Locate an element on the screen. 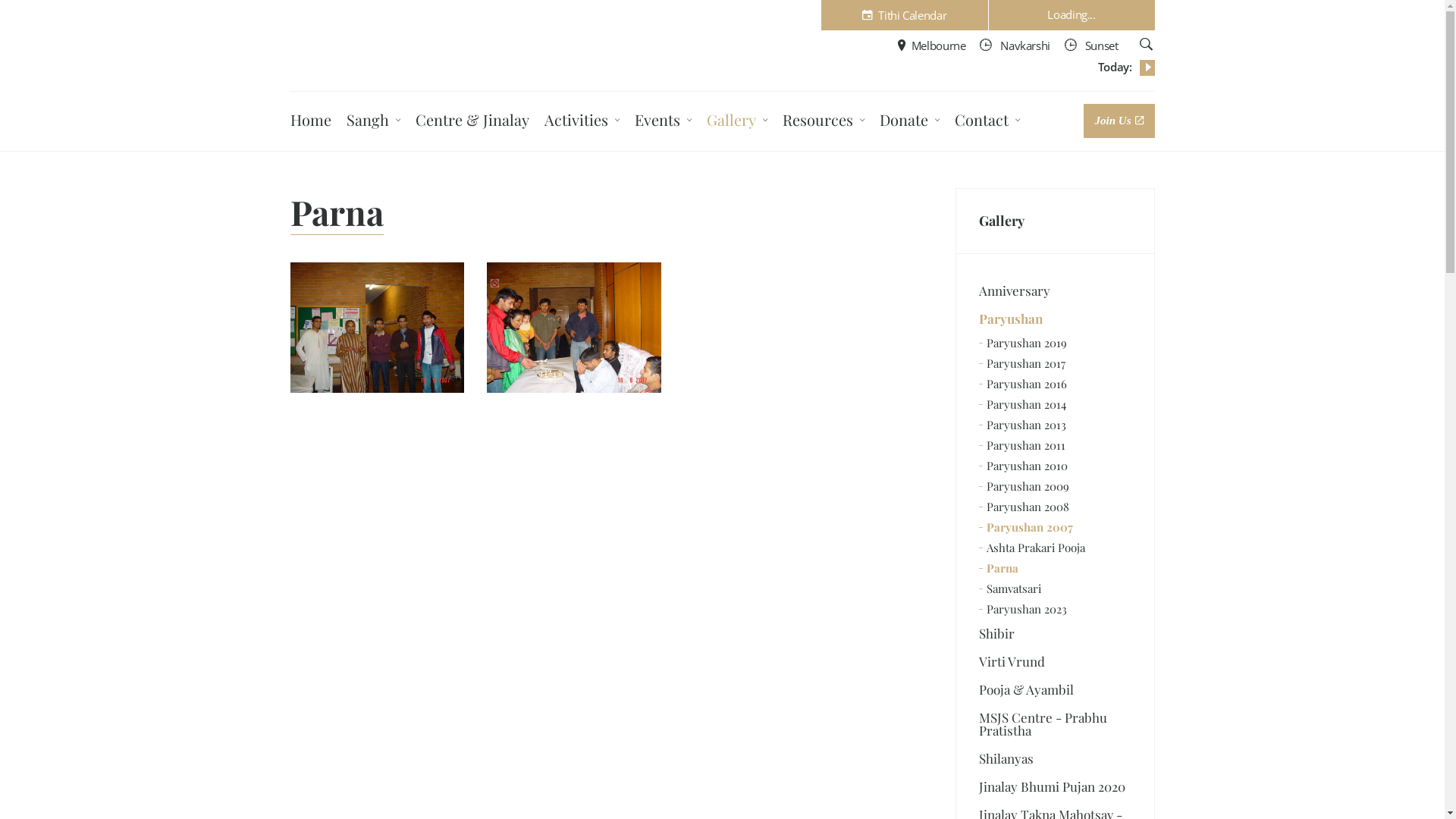 The height and width of the screenshot is (819, 1456). 'Samvatsari' is located at coordinates (1054, 588).